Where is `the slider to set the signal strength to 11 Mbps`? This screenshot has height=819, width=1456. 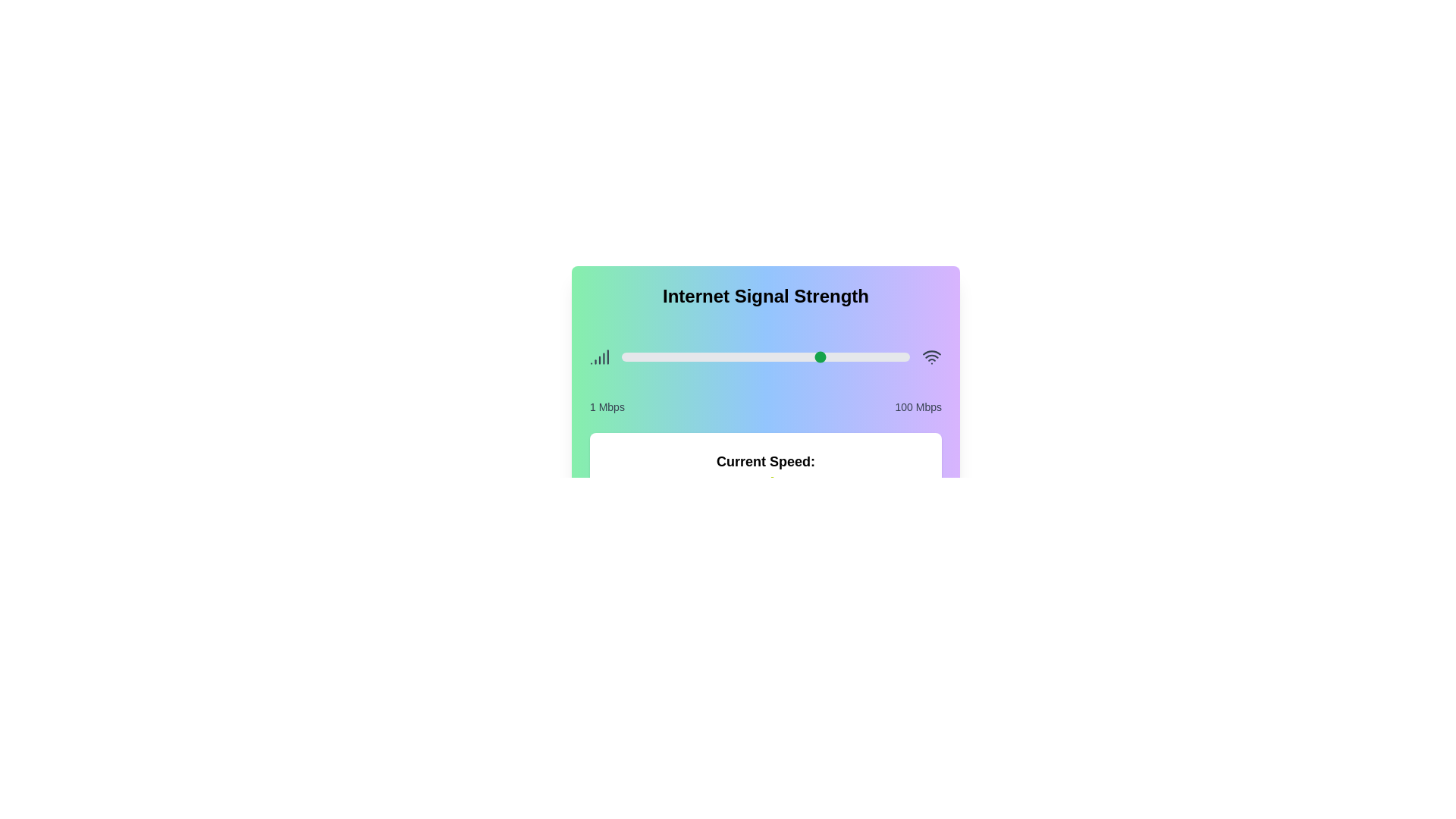
the slider to set the signal strength to 11 Mbps is located at coordinates (651, 356).